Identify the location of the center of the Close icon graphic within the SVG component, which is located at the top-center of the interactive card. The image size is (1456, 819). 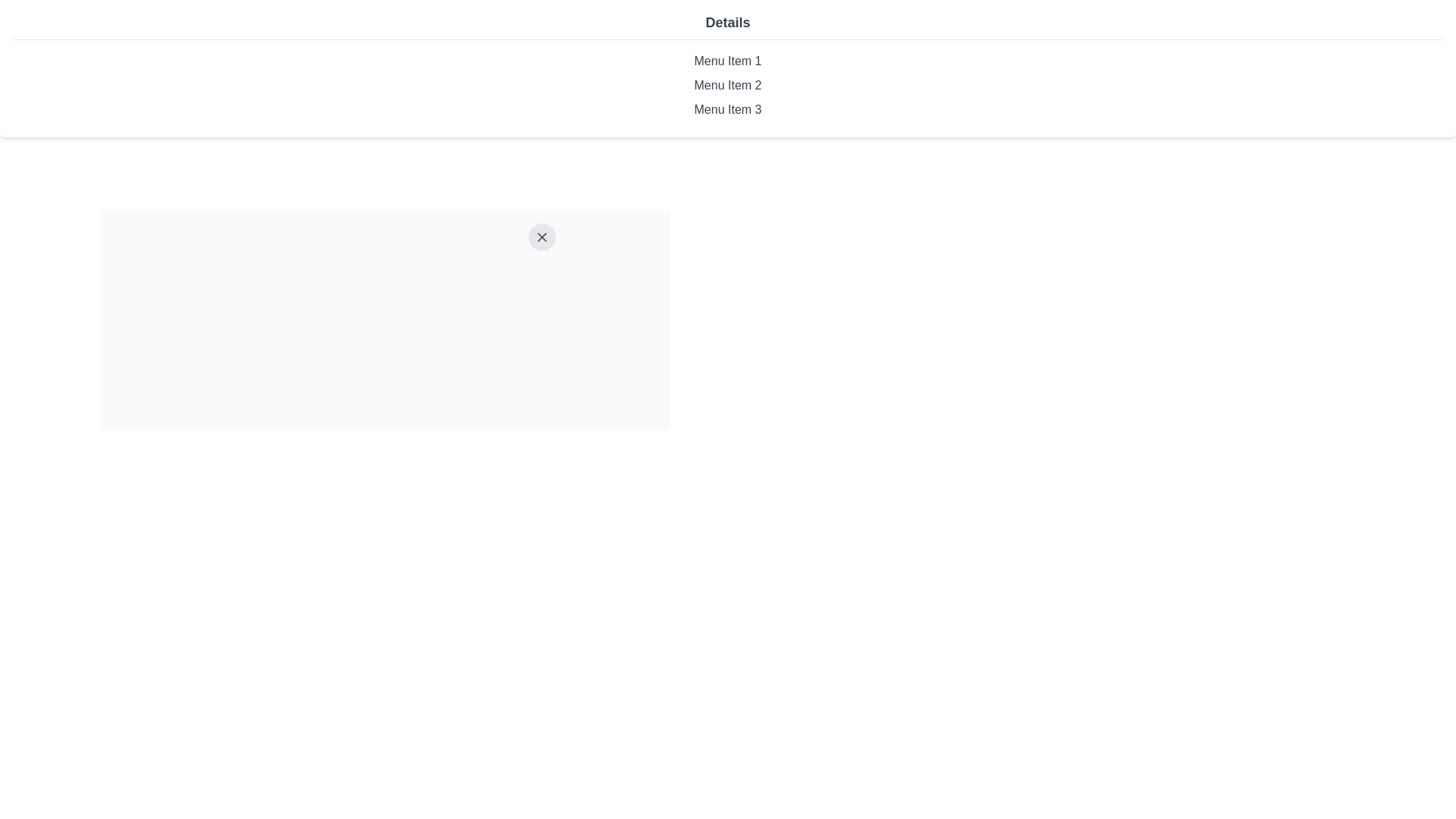
(541, 237).